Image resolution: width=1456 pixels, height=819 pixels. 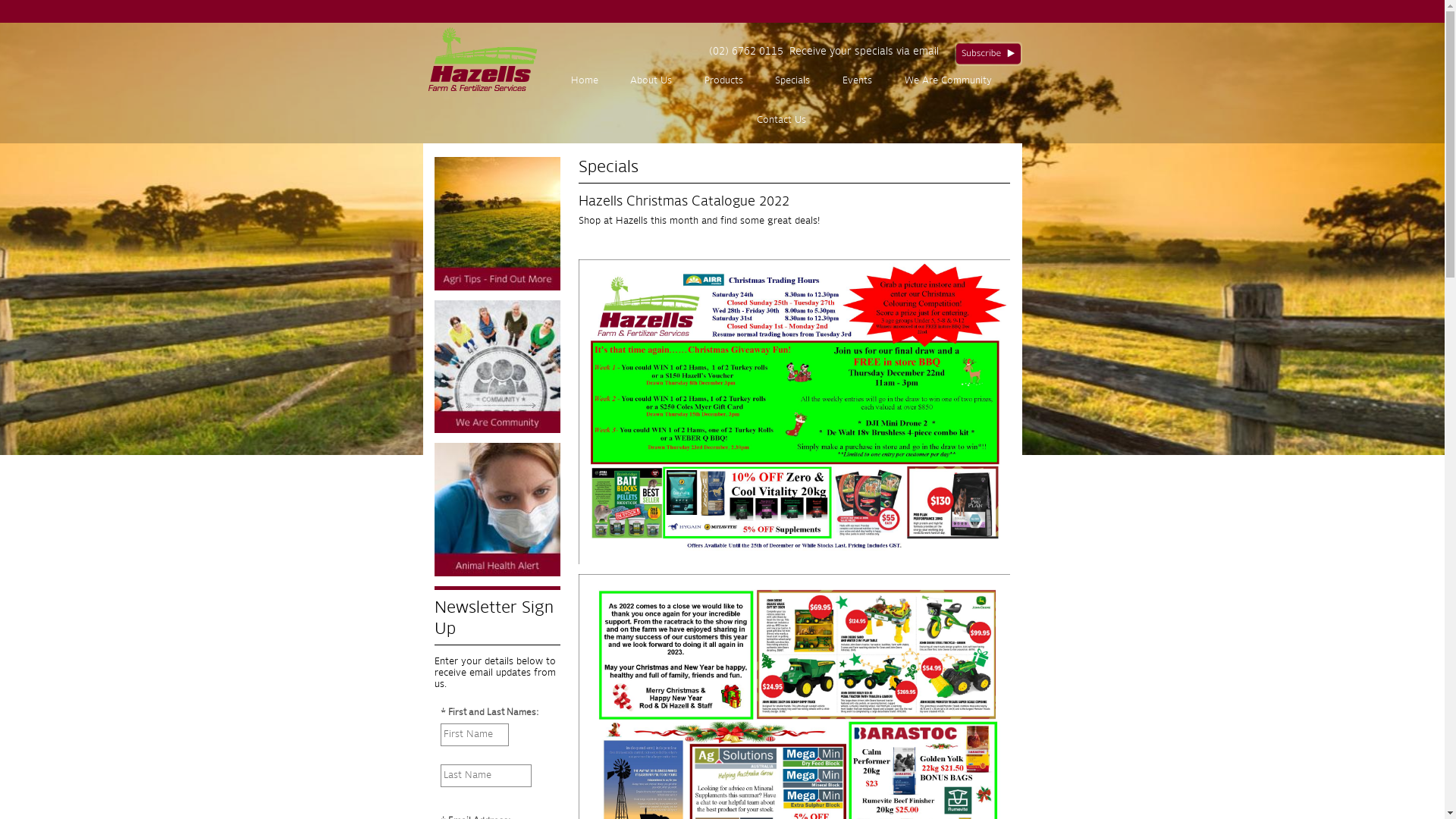 I want to click on 'About Us', so click(x=614, y=81).